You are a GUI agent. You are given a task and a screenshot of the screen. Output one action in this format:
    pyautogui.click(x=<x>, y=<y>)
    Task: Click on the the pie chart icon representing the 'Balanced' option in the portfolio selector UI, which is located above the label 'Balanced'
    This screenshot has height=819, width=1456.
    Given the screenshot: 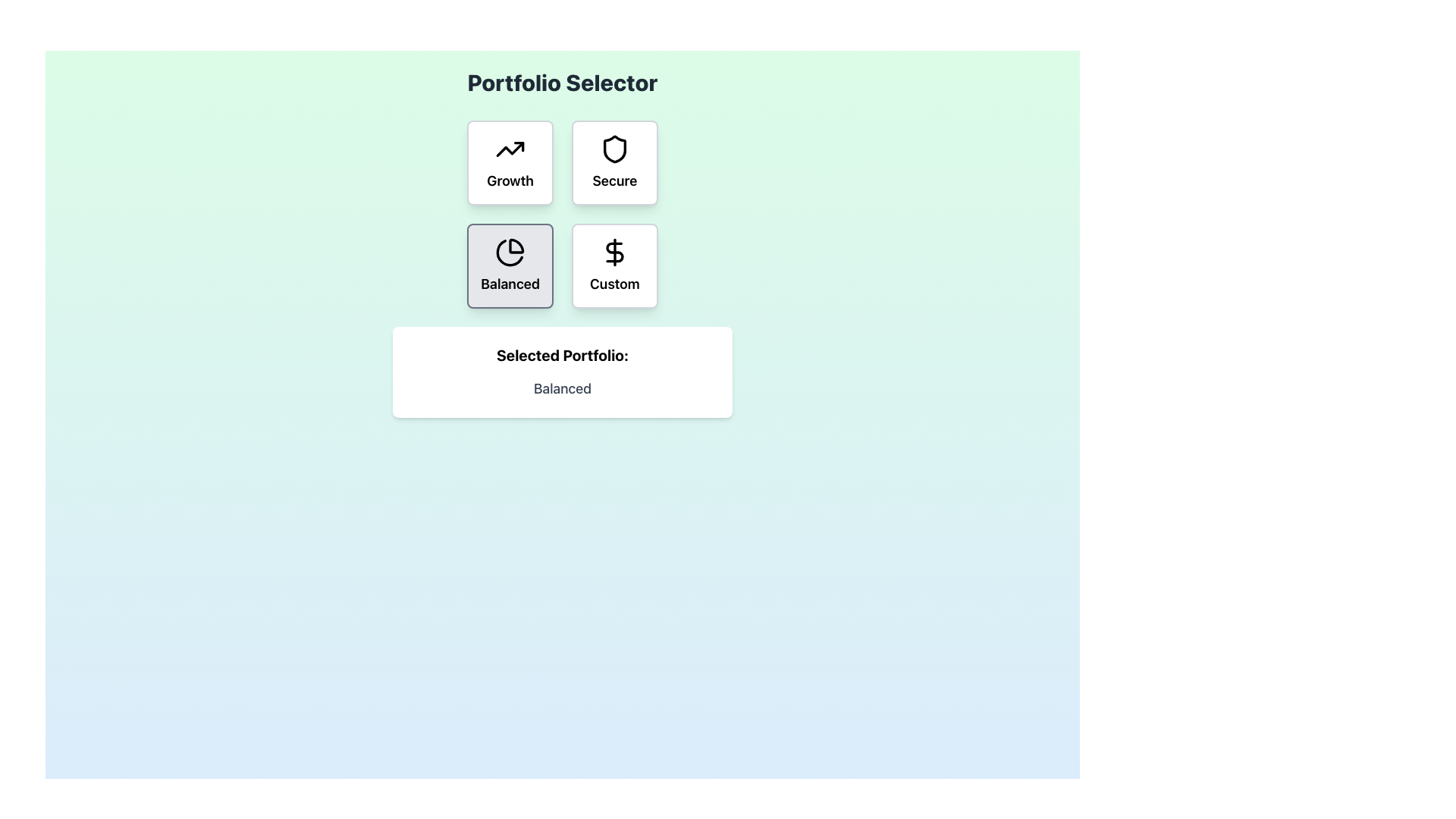 What is the action you would take?
    pyautogui.click(x=510, y=251)
    